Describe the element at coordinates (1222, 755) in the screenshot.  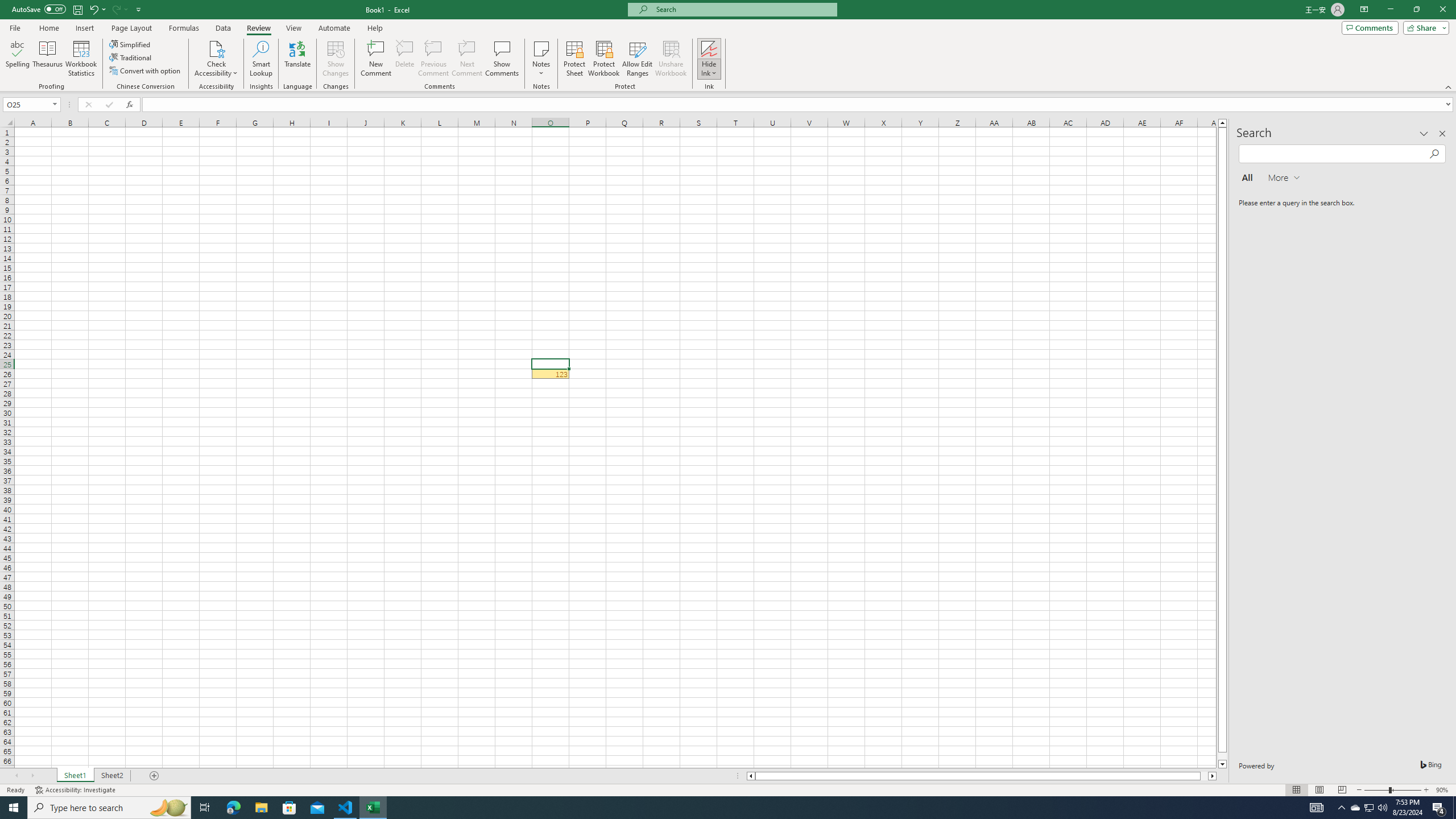
I see `'Page down'` at that location.